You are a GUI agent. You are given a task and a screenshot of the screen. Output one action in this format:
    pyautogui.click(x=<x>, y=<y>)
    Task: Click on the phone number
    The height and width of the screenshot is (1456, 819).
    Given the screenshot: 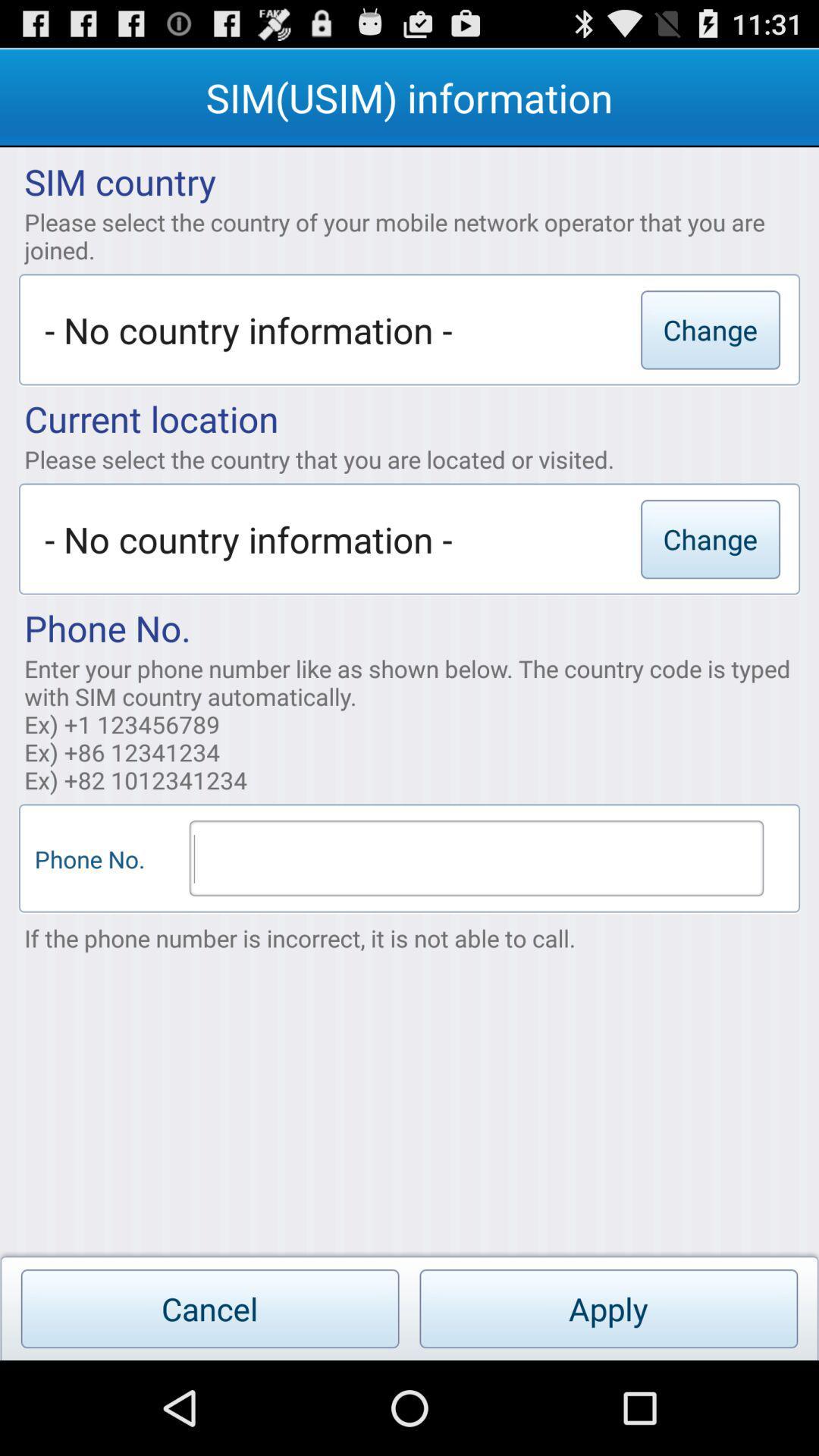 What is the action you would take?
    pyautogui.click(x=475, y=858)
    